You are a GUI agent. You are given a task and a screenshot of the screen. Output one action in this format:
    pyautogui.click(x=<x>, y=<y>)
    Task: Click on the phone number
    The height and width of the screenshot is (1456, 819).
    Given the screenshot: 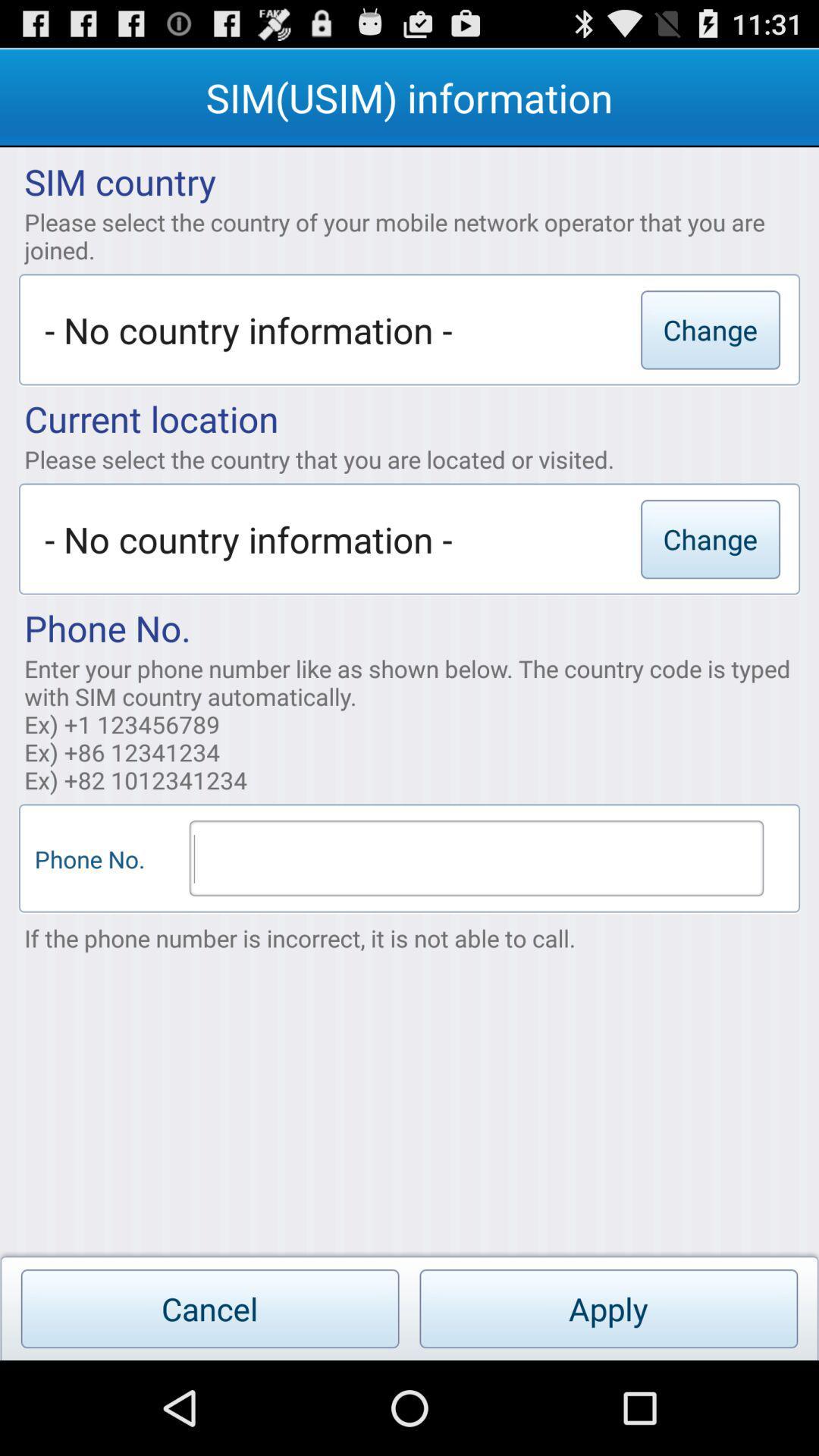 What is the action you would take?
    pyautogui.click(x=475, y=858)
    